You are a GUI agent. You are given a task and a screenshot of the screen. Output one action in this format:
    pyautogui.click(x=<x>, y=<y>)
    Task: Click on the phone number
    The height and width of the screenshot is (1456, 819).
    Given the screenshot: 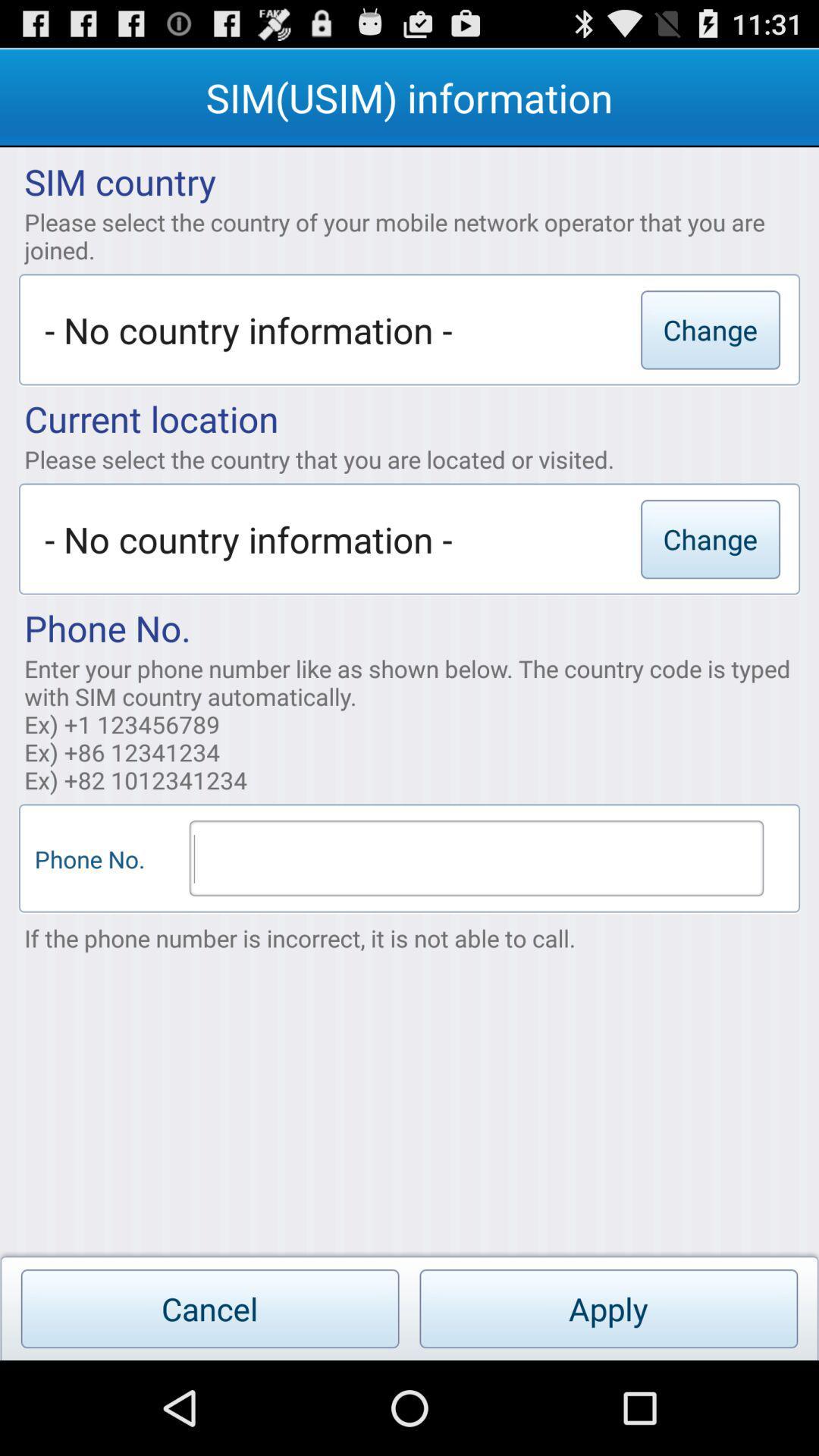 What is the action you would take?
    pyautogui.click(x=475, y=858)
    